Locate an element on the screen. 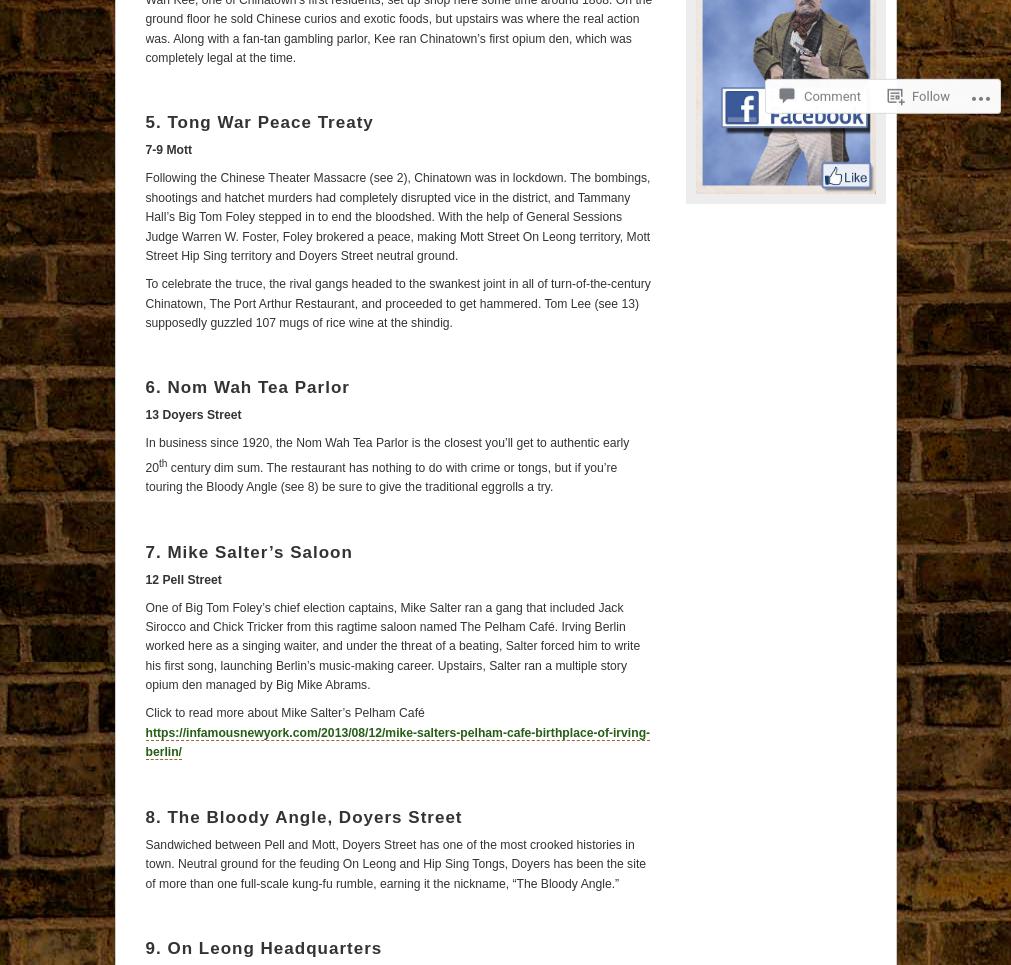  '7. Mike Salter’s Saloon' is located at coordinates (143, 550).